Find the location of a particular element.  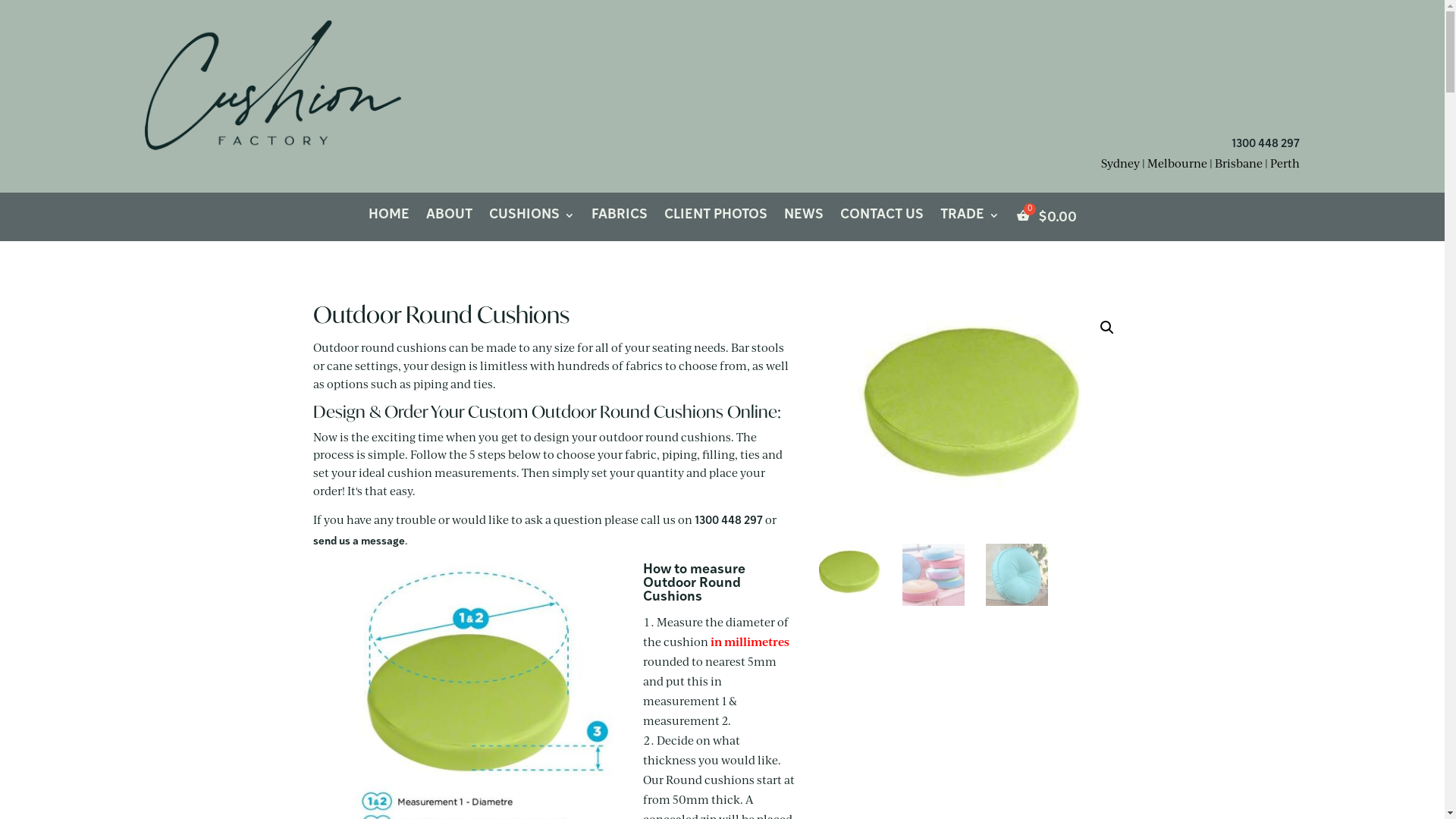

'NEWS' is located at coordinates (803, 219).